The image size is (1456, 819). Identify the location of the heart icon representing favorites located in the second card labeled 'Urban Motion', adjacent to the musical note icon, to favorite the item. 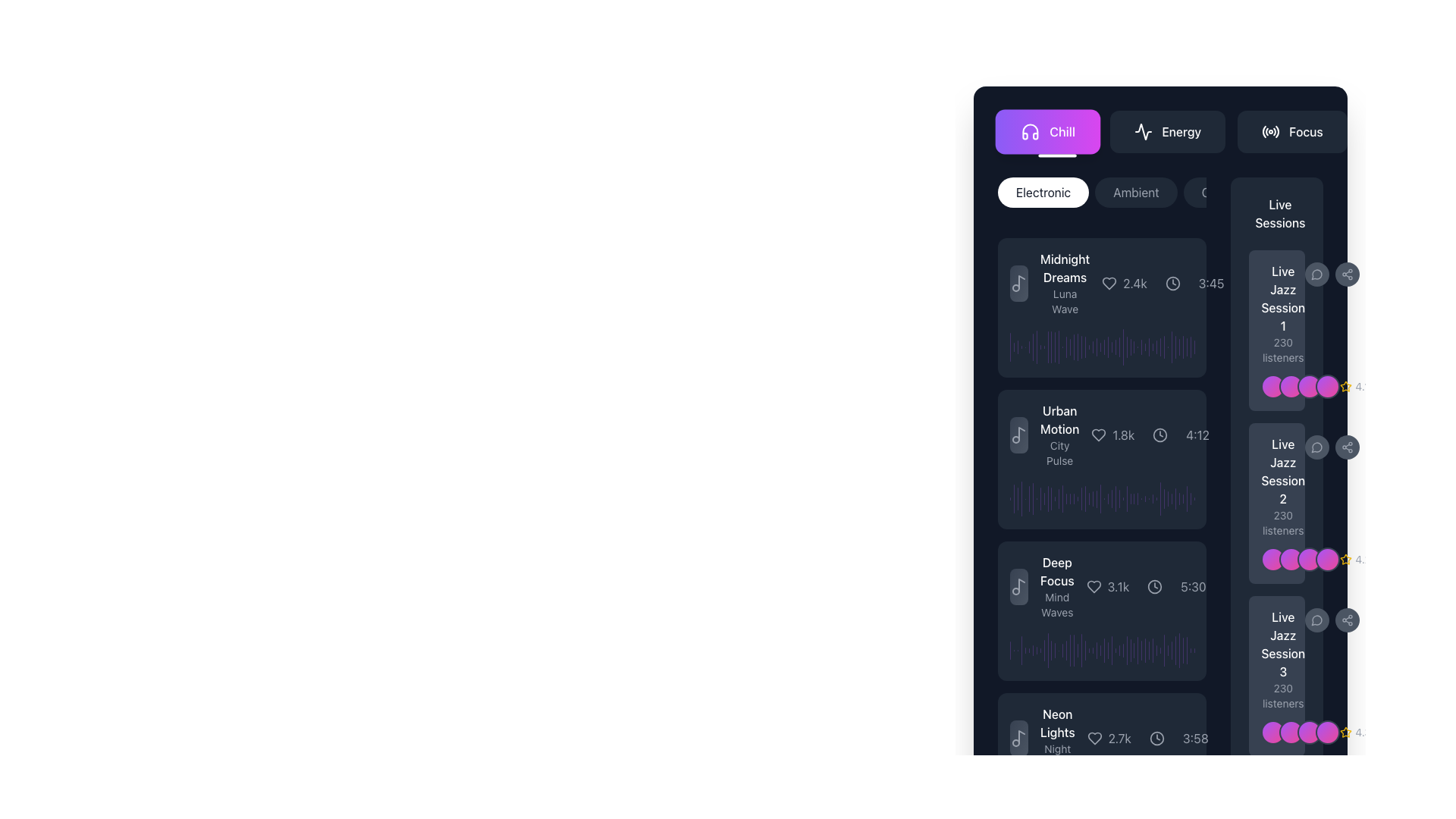
(1099, 435).